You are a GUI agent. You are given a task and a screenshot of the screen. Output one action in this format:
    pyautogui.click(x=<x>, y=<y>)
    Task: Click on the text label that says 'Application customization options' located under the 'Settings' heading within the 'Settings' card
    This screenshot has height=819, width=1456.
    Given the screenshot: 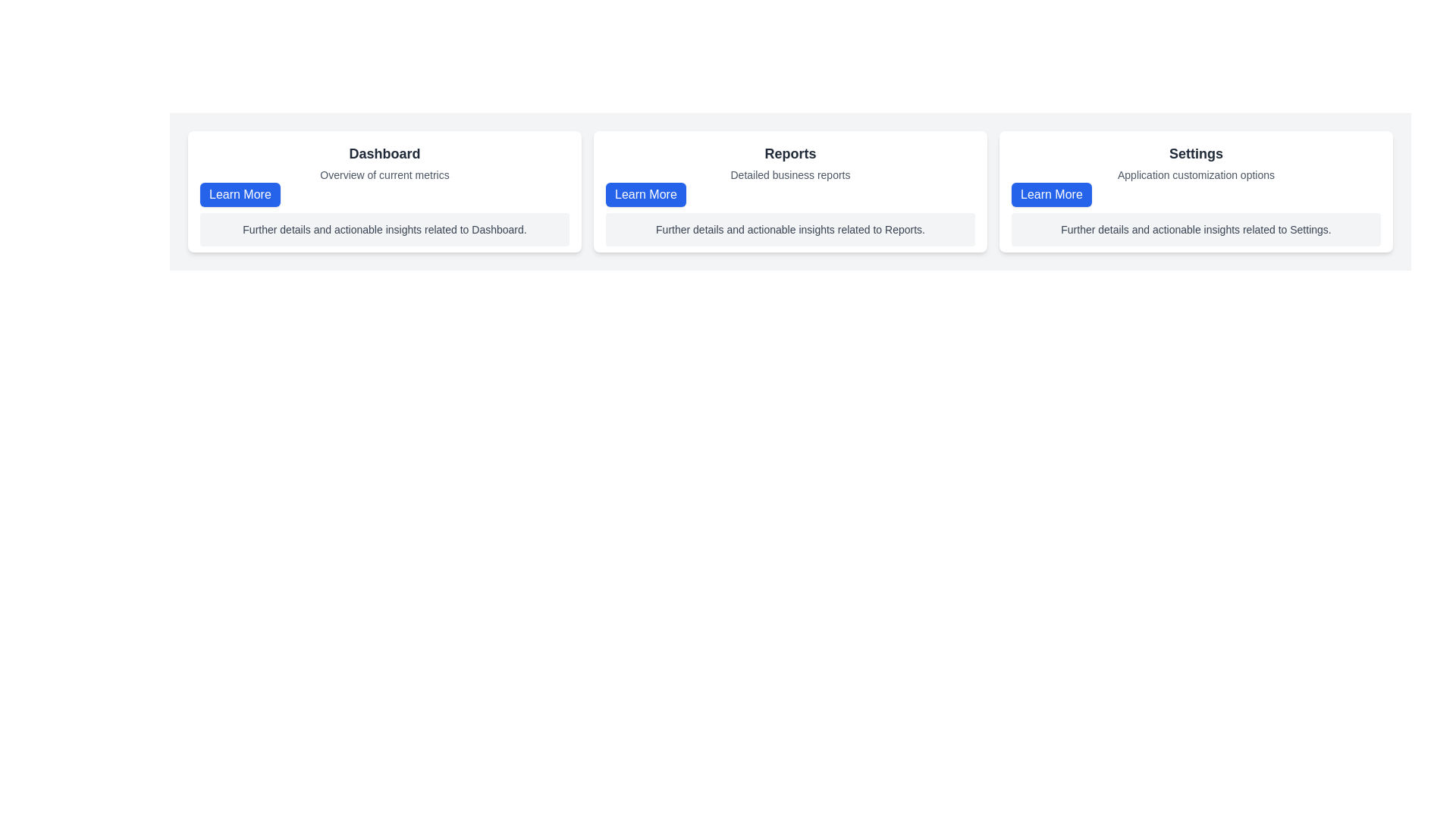 What is the action you would take?
    pyautogui.click(x=1195, y=174)
    